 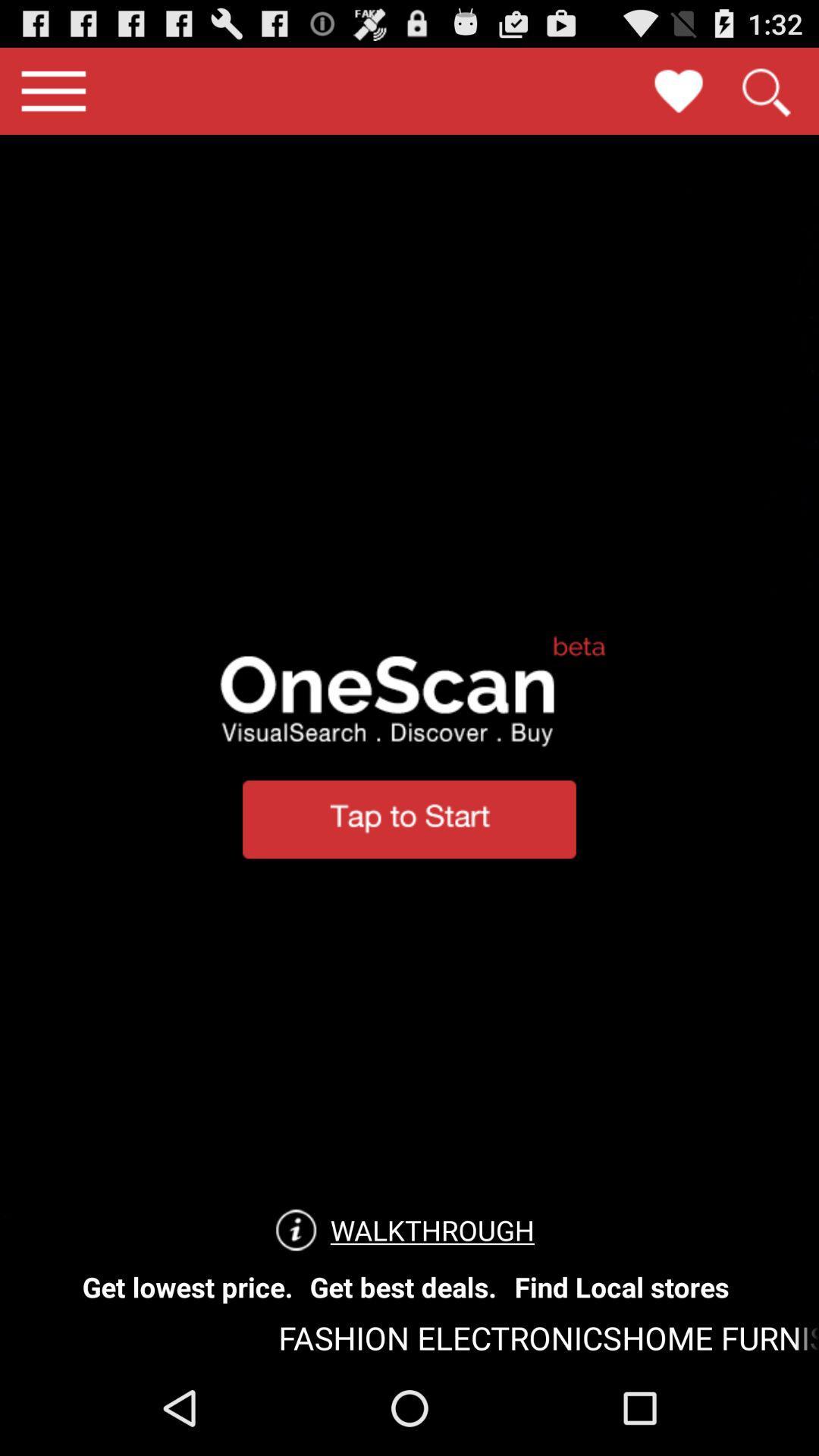 What do you see at coordinates (765, 90) in the screenshot?
I see `opens the search function` at bounding box center [765, 90].